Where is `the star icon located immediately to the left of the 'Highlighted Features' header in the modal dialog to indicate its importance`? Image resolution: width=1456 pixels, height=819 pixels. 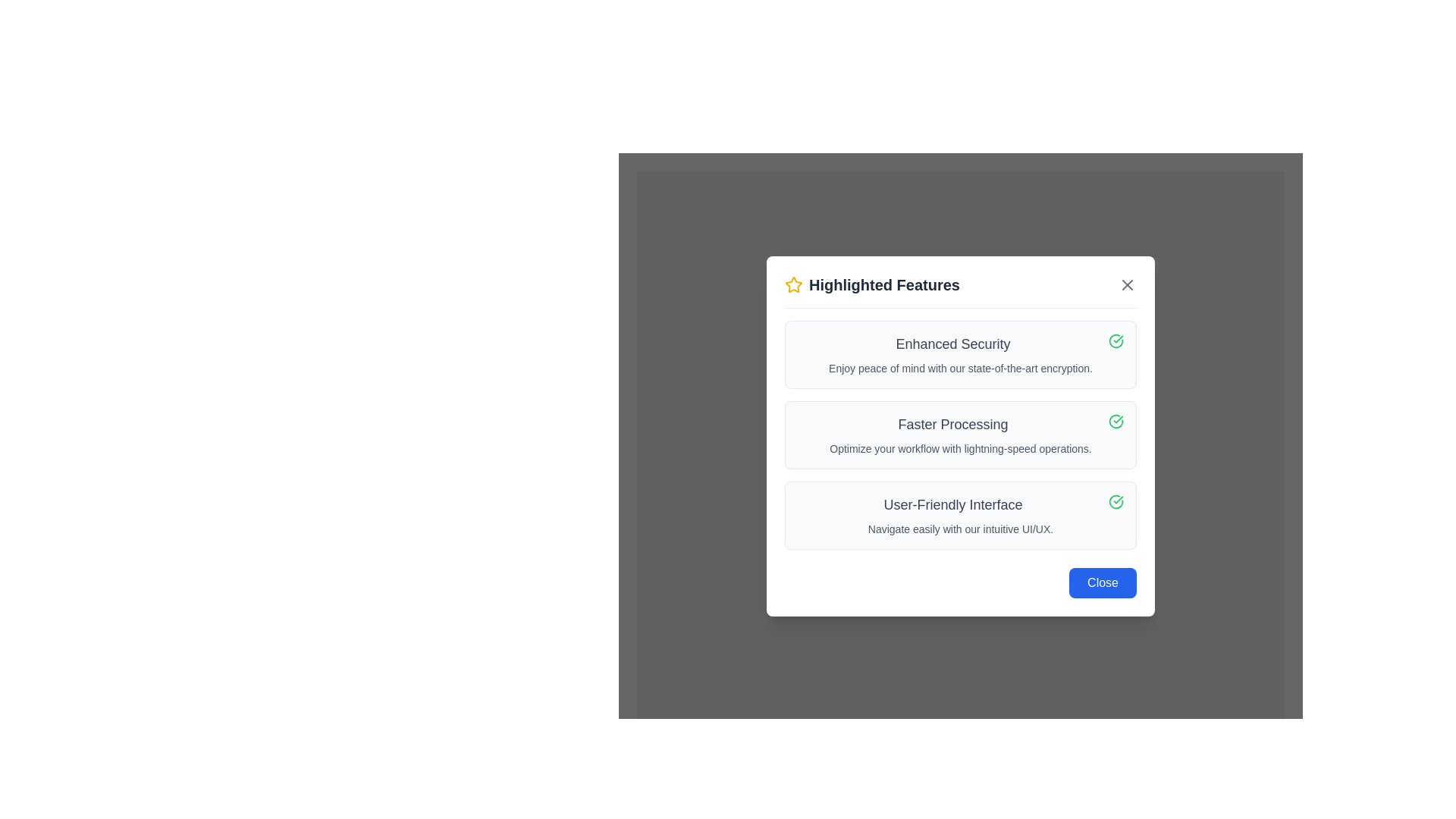
the star icon located immediately to the left of the 'Highlighted Features' header in the modal dialog to indicate its importance is located at coordinates (792, 284).